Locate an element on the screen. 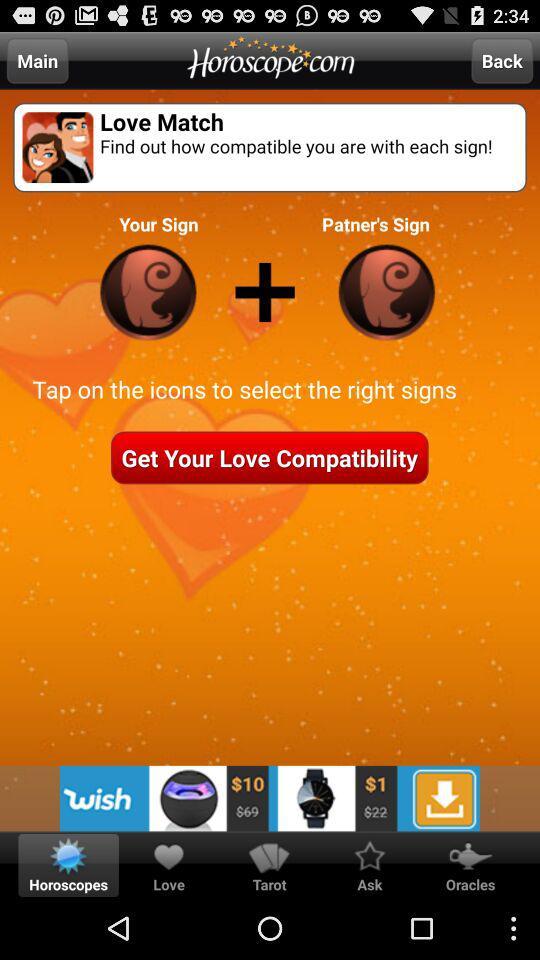 Image resolution: width=540 pixels, height=960 pixels. sign is located at coordinates (147, 291).